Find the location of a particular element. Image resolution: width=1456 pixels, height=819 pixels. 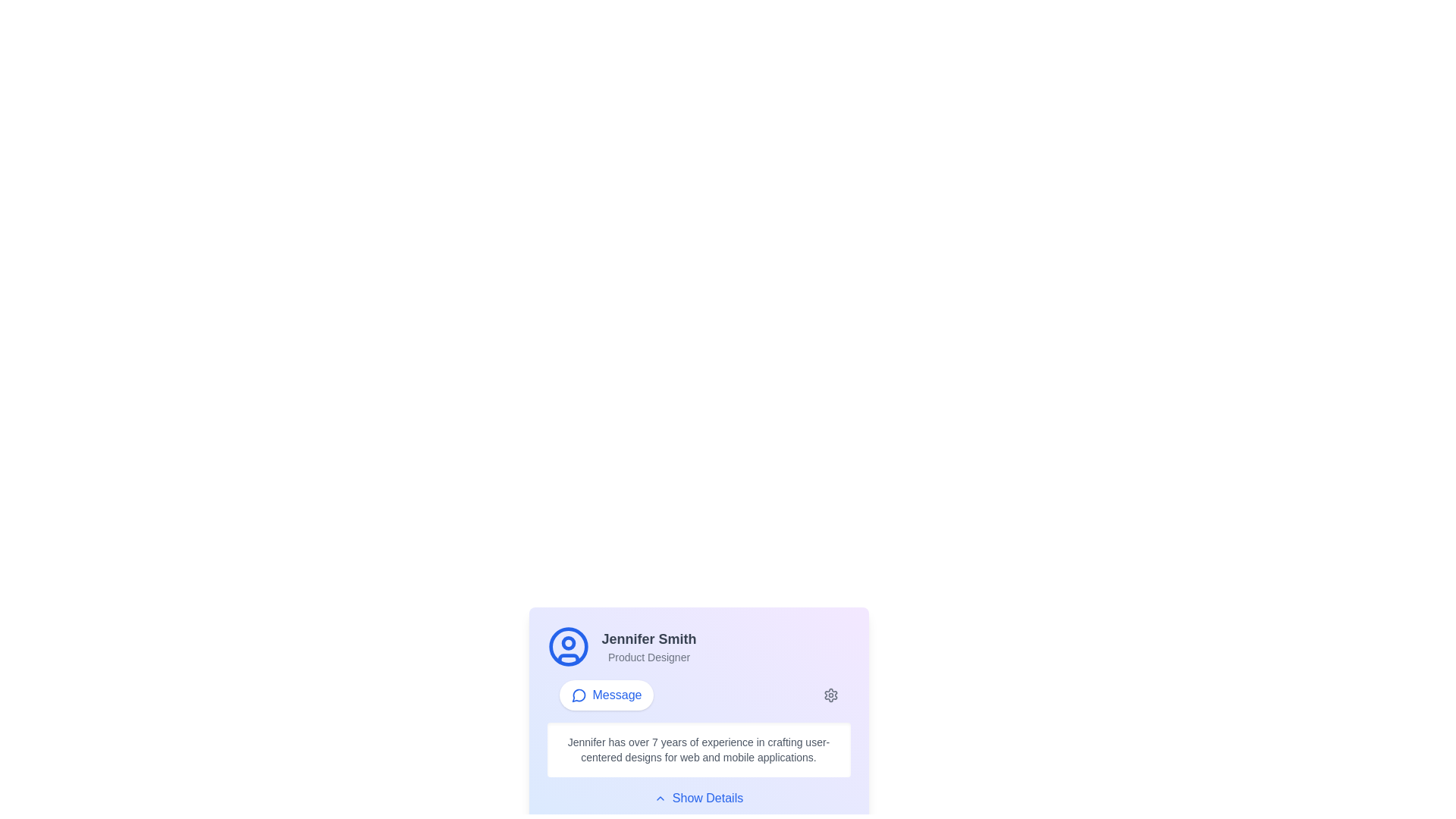

the messaging icon located inside the 'Message' button, which is positioned in the lower section of the user details card is located at coordinates (578, 695).